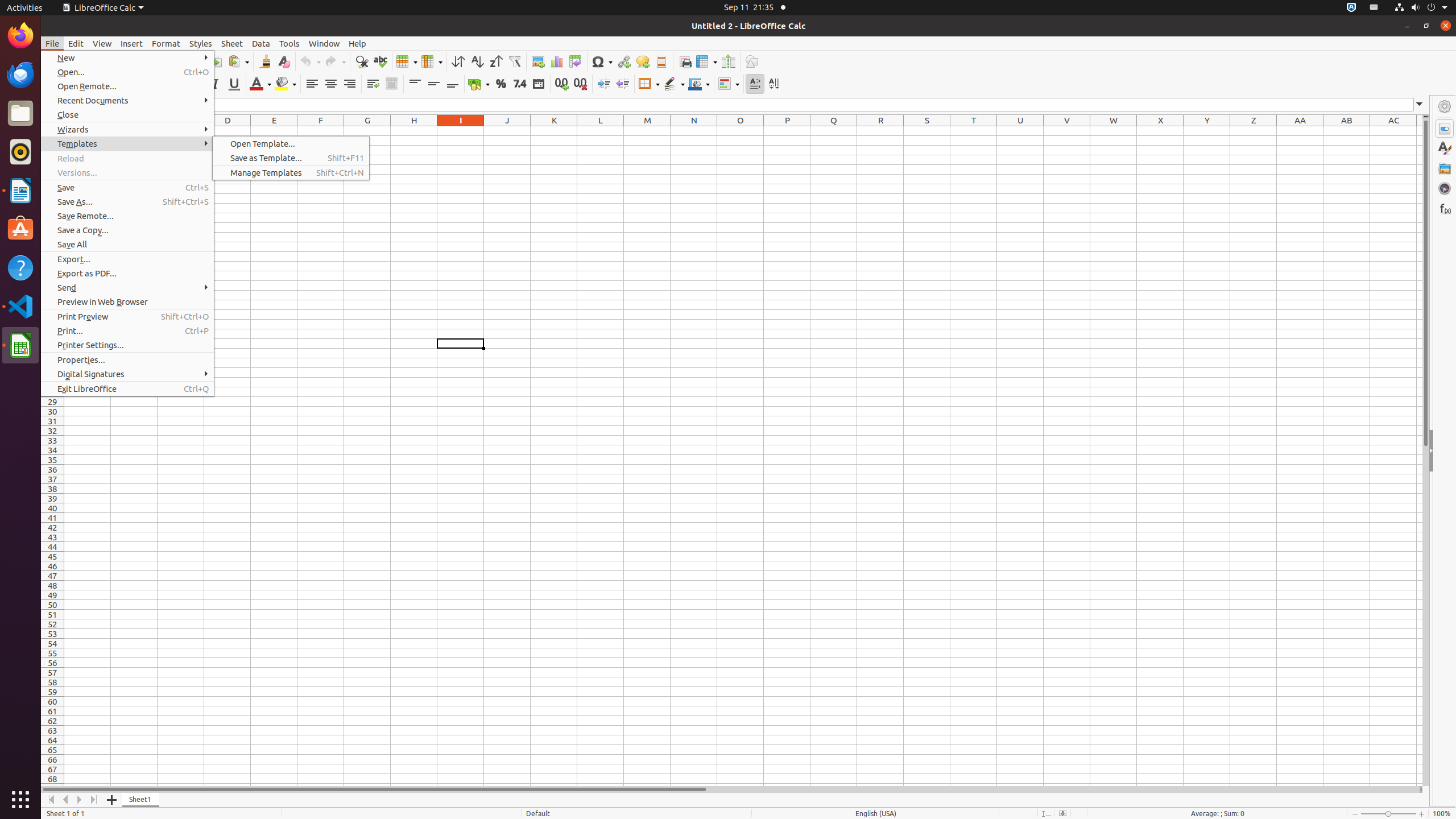  Describe the element at coordinates (1444, 208) in the screenshot. I see `'Functions'` at that location.